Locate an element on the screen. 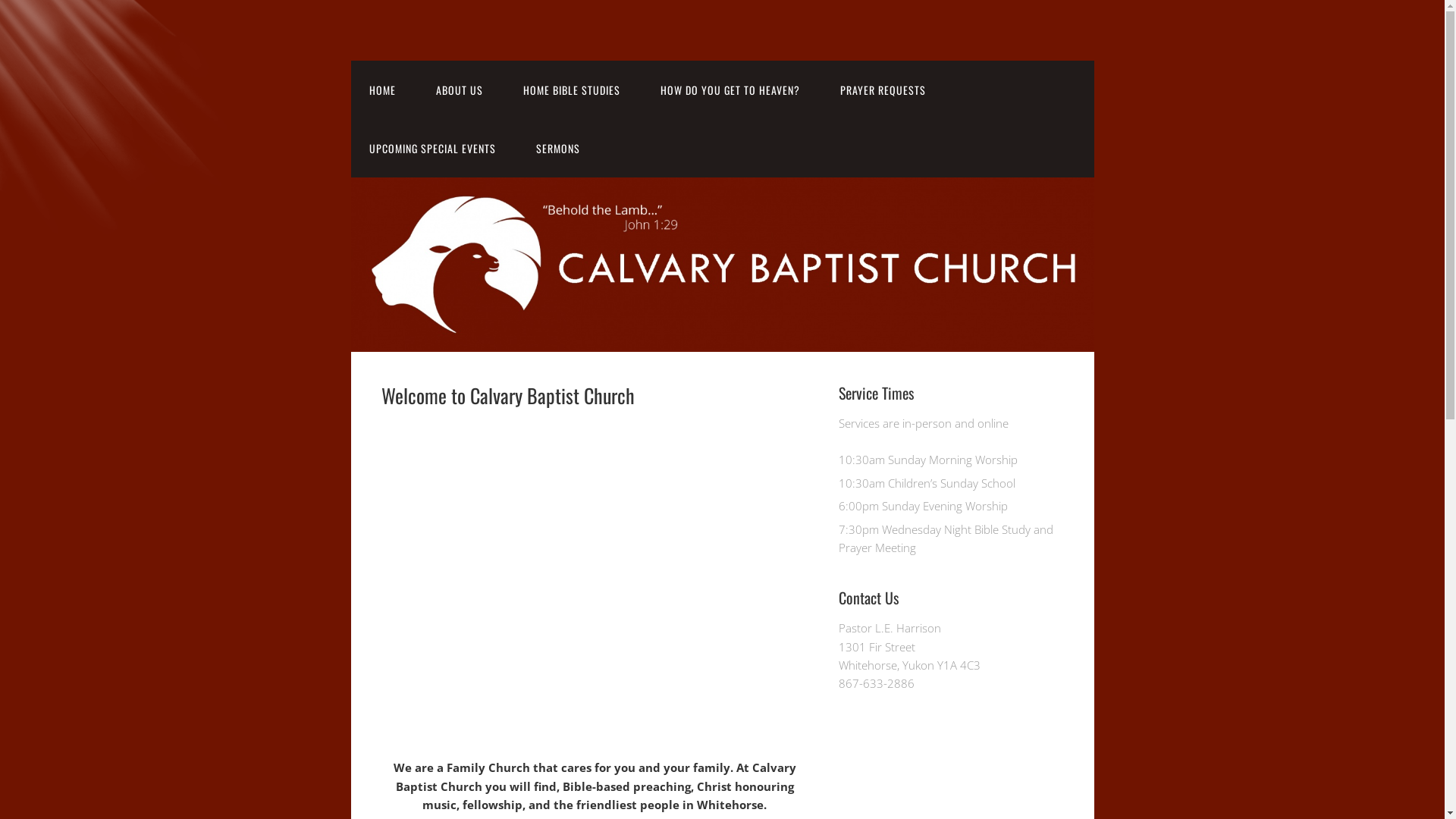 The image size is (1456, 819). 'HOME' is located at coordinates (381, 89).